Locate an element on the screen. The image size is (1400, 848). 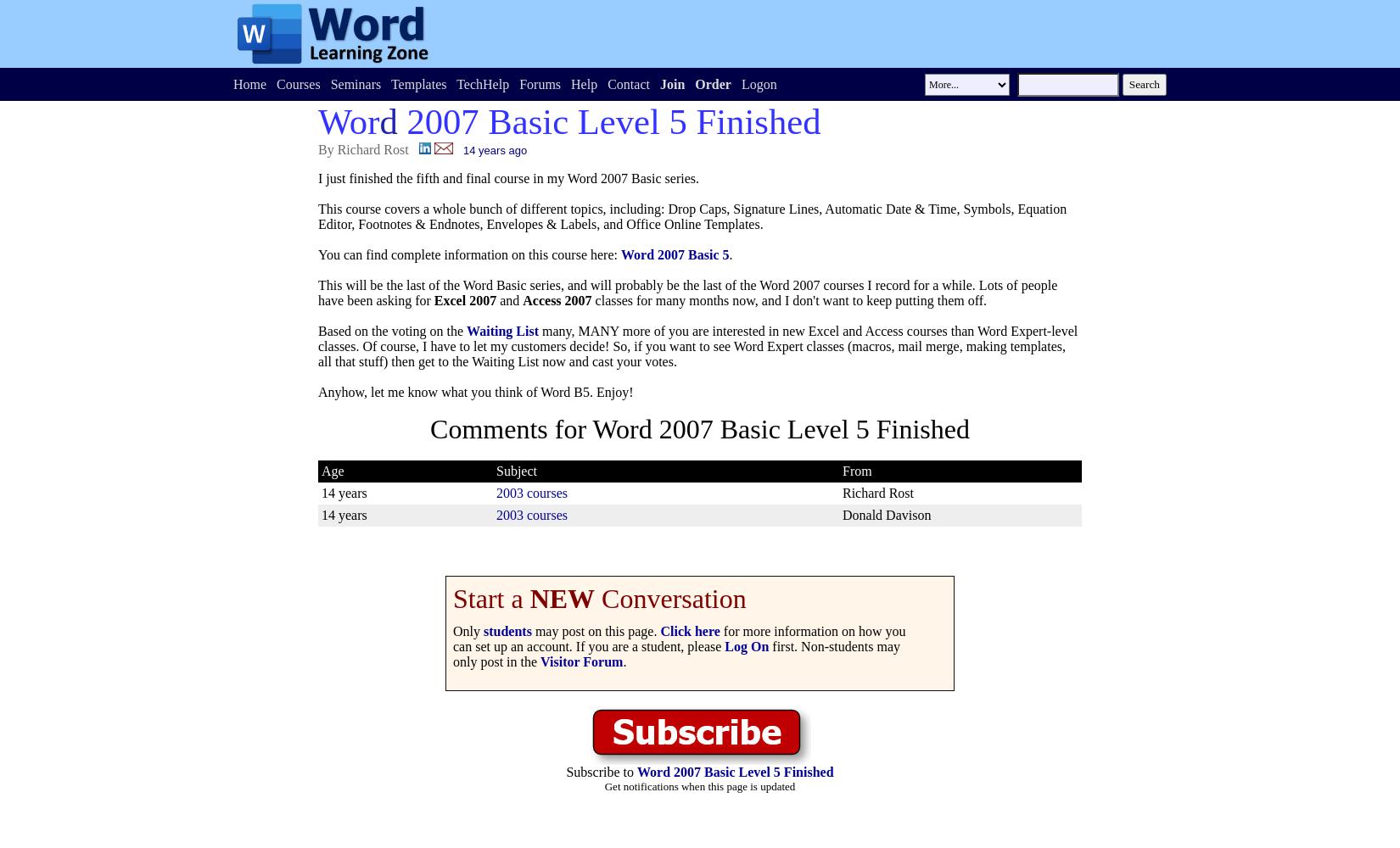
'2007 Basic Level 5 Finished' is located at coordinates (608, 121).